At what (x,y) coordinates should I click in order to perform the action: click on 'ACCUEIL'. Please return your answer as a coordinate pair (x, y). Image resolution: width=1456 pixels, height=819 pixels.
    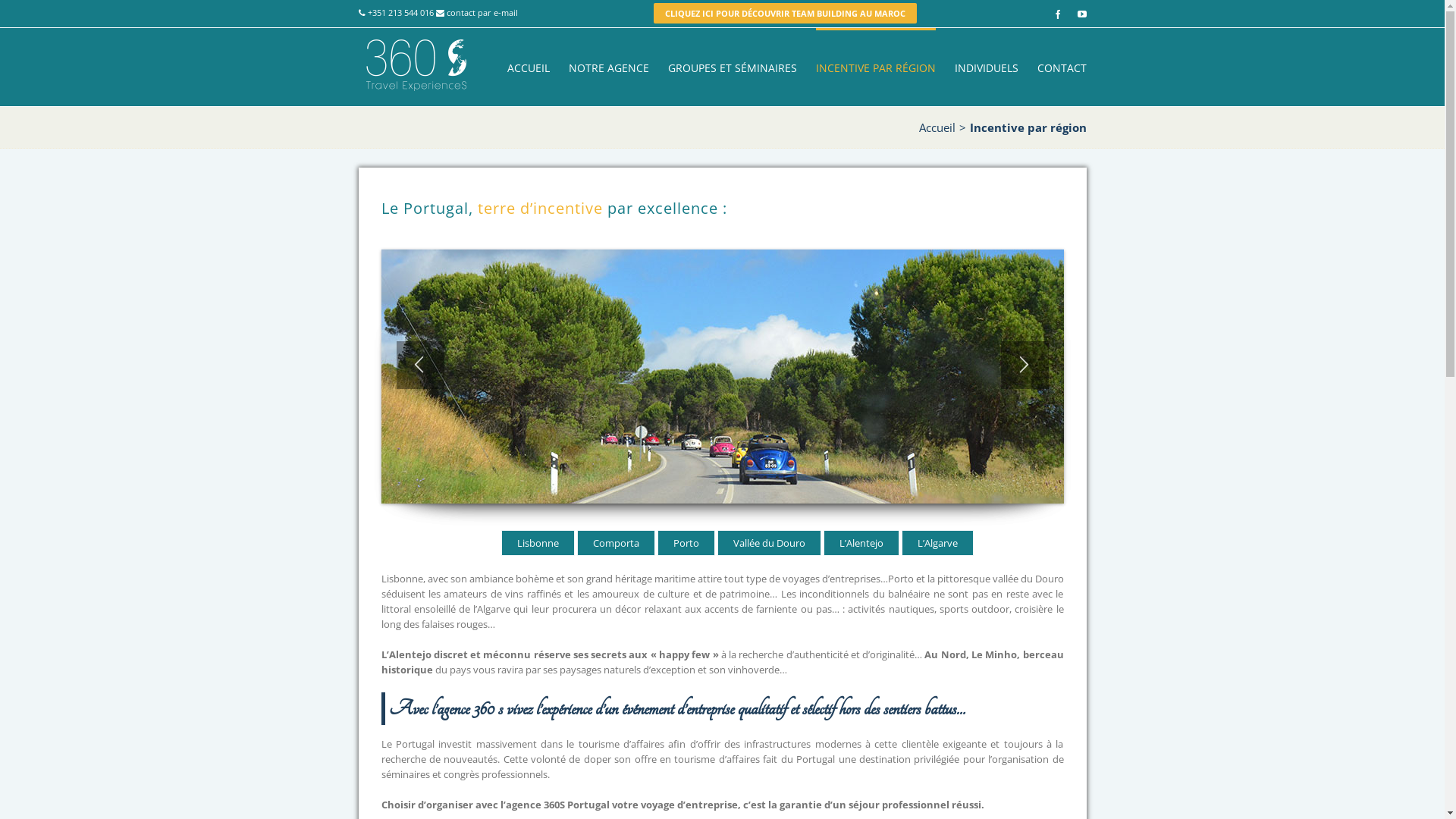
    Looking at the image, I should click on (528, 66).